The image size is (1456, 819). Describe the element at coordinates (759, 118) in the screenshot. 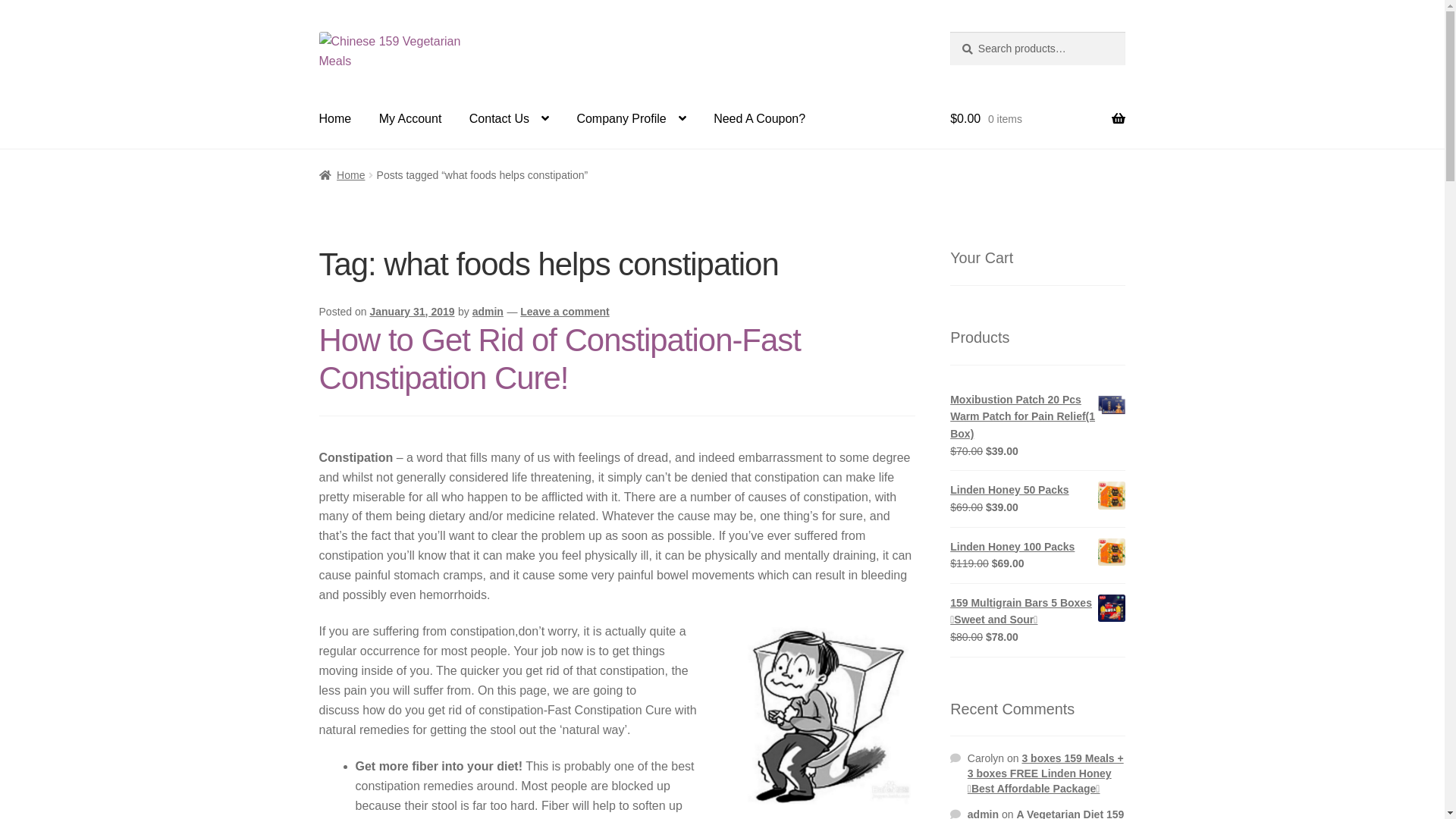

I see `'Need A Coupon?'` at that location.